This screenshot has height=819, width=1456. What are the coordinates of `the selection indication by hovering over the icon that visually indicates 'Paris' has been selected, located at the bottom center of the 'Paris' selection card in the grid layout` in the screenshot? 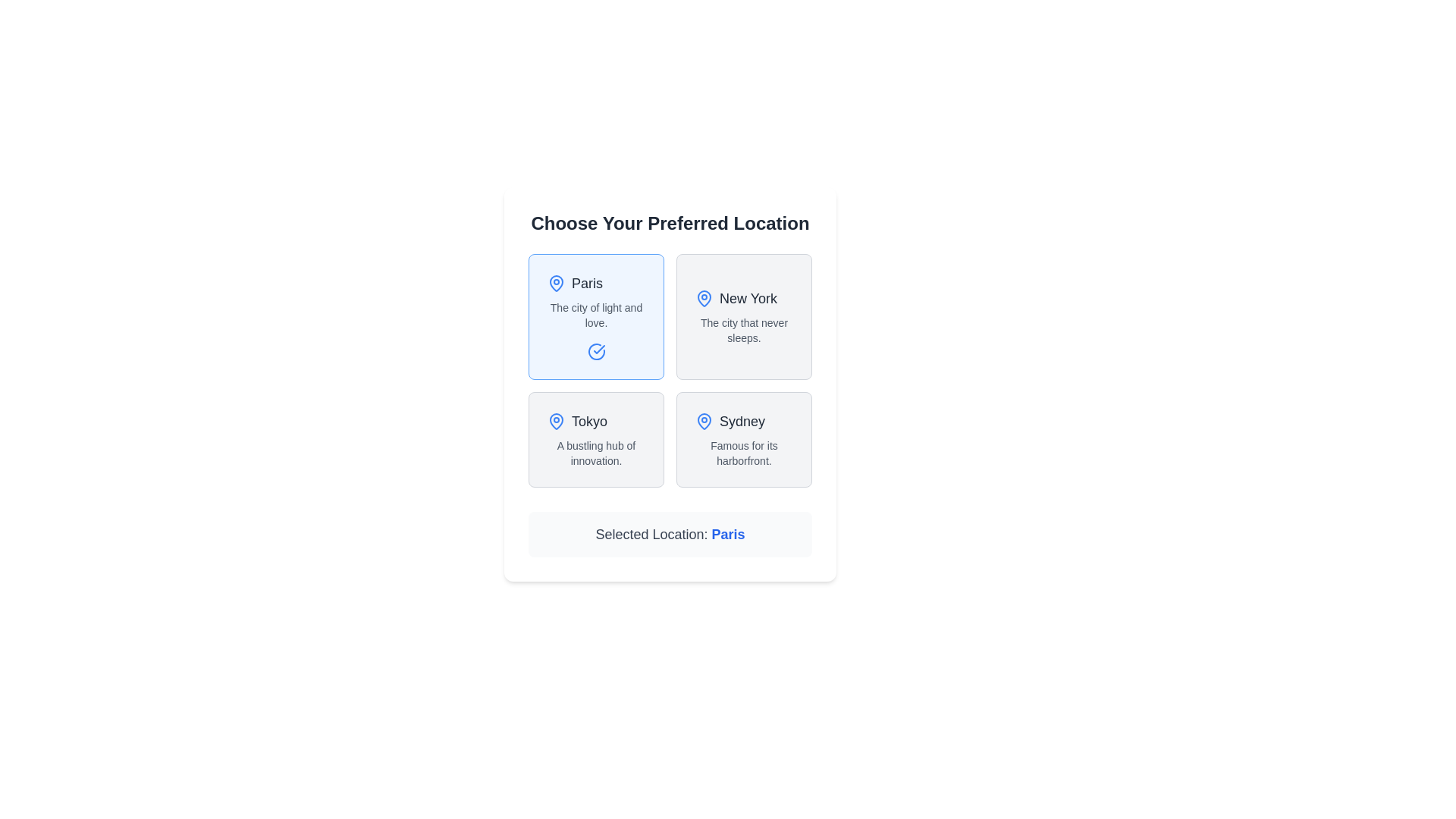 It's located at (595, 351).